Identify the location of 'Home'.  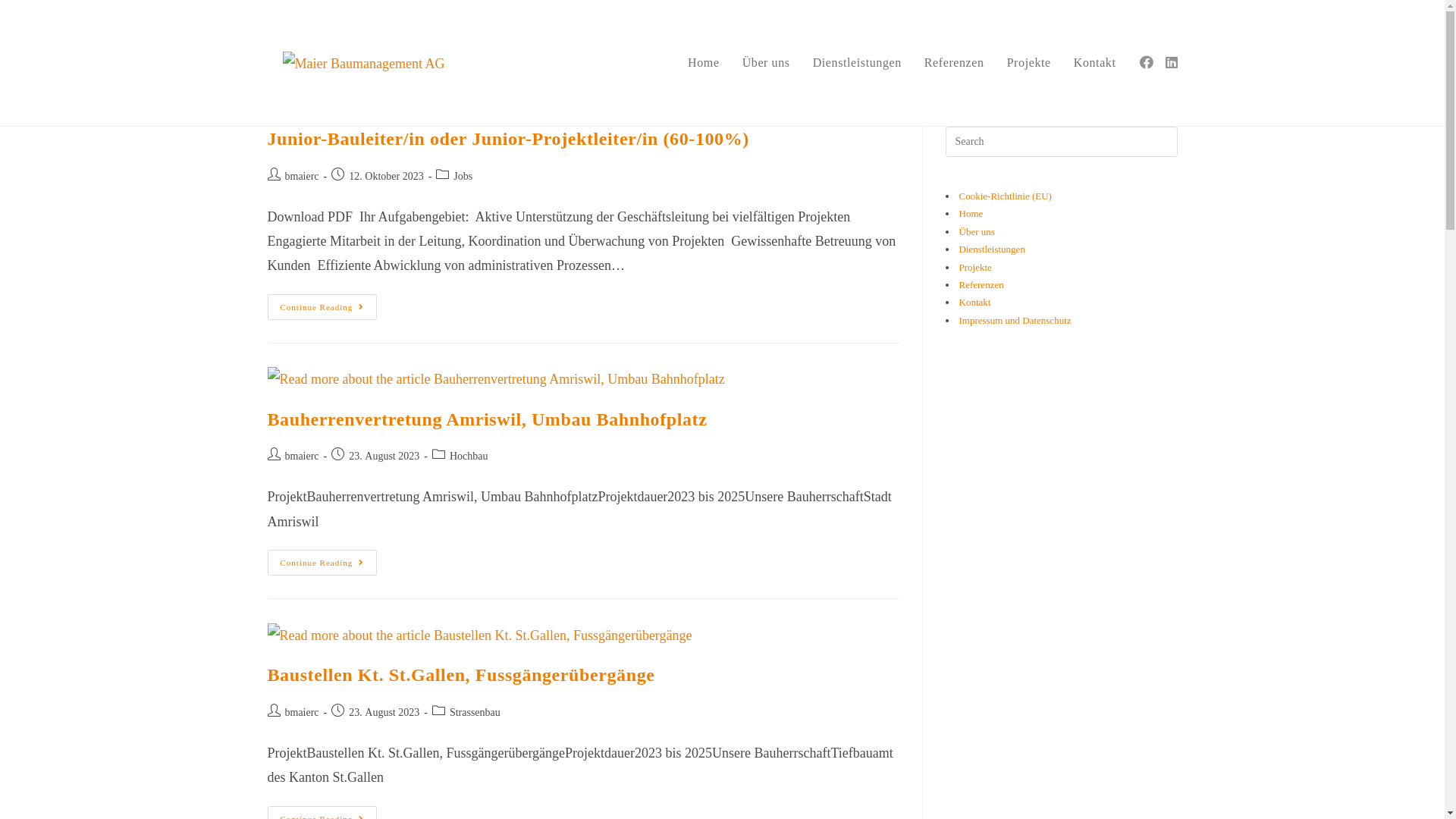
(702, 62).